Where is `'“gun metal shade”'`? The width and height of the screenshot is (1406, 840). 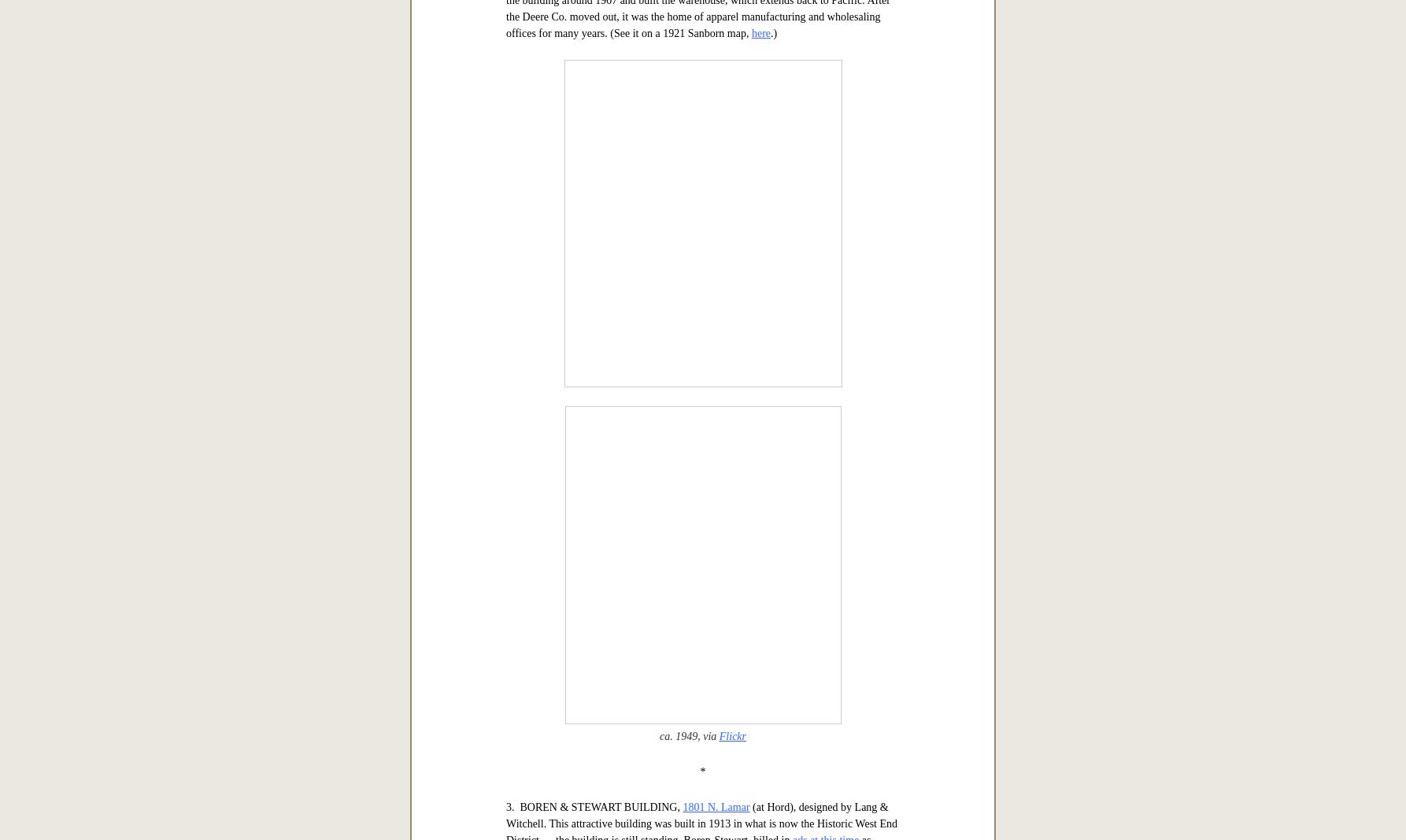
'“gun metal shade”' is located at coordinates (632, 239).